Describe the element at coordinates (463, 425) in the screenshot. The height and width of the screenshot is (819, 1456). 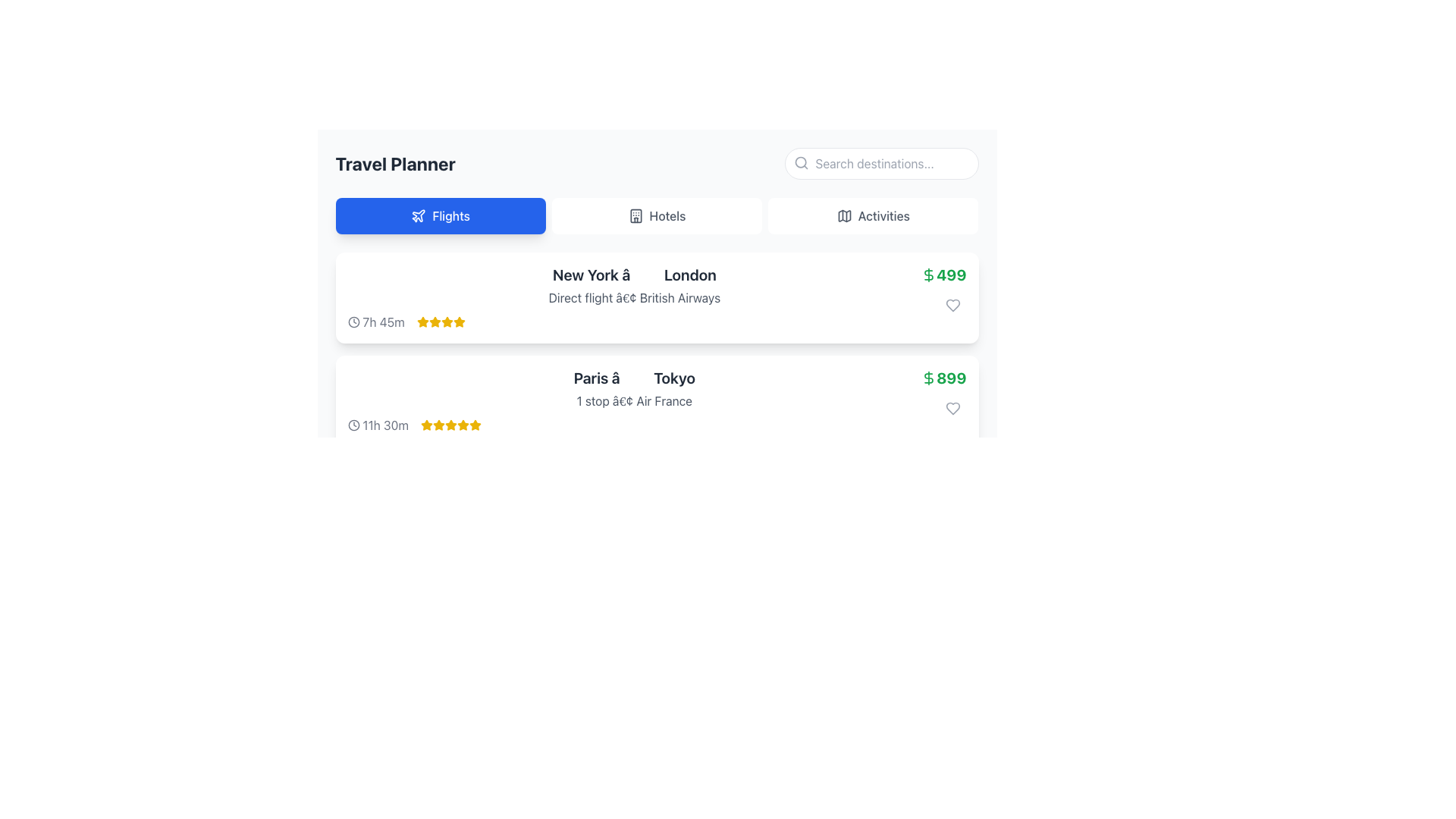
I see `the fourth gold star-shaped icon in the rating system for the travel option 'Paris to Tokyo'` at that location.